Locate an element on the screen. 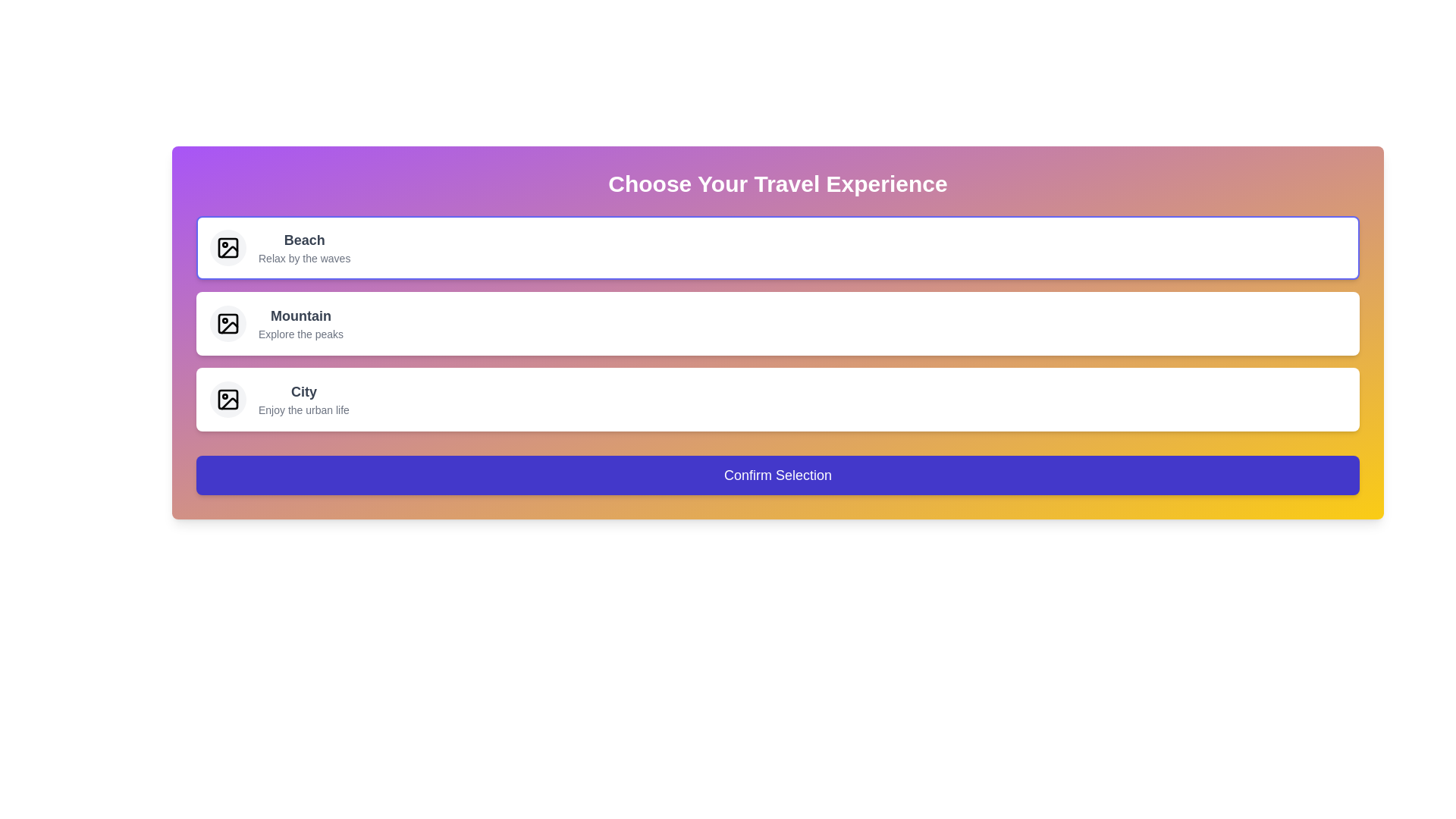 The image size is (1456, 819). the text element that reads 'Enjoy the urban life', which is styled in gray and positioned below the heading 'City' in the interface is located at coordinates (303, 409).